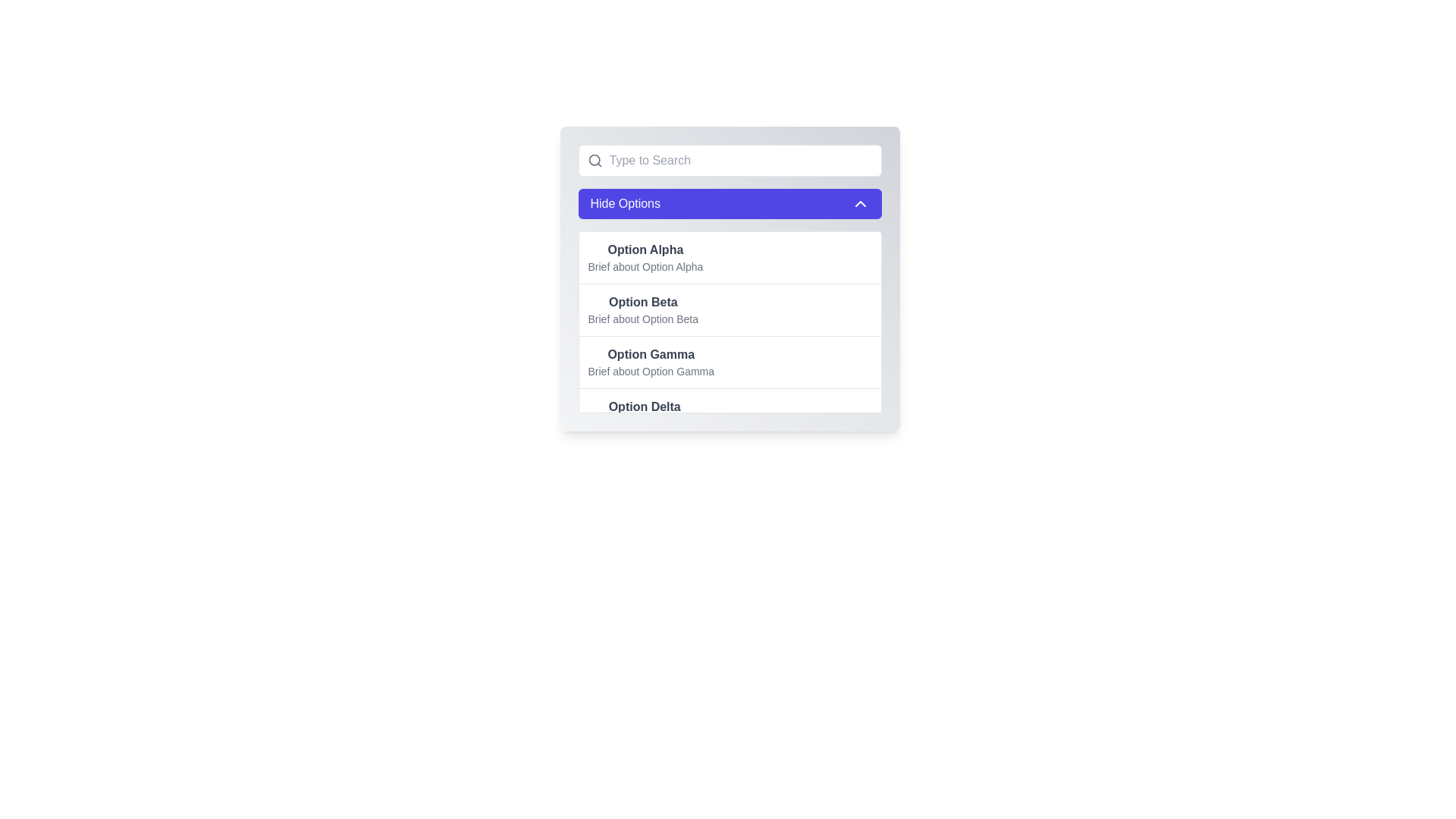 The width and height of the screenshot is (1456, 819). I want to click on the Text label that serves as the heading for the Option Delta information box, positioned at the top of the content area, so click(645, 406).